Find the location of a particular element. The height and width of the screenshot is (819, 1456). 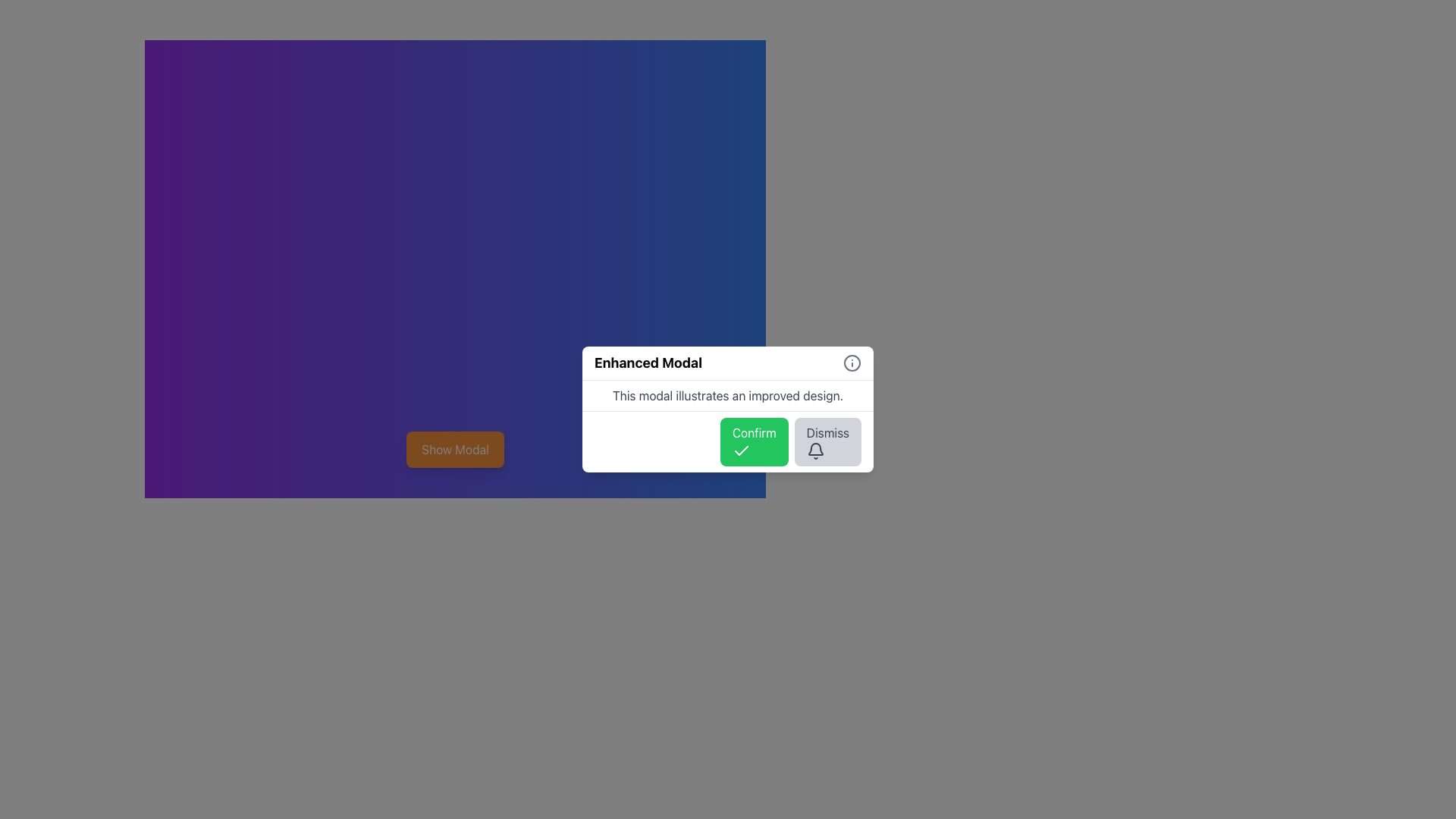

the icon button styled with a circular outline and an information symbol located in the top right corner of the 'Enhanced Modal' is located at coordinates (852, 362).